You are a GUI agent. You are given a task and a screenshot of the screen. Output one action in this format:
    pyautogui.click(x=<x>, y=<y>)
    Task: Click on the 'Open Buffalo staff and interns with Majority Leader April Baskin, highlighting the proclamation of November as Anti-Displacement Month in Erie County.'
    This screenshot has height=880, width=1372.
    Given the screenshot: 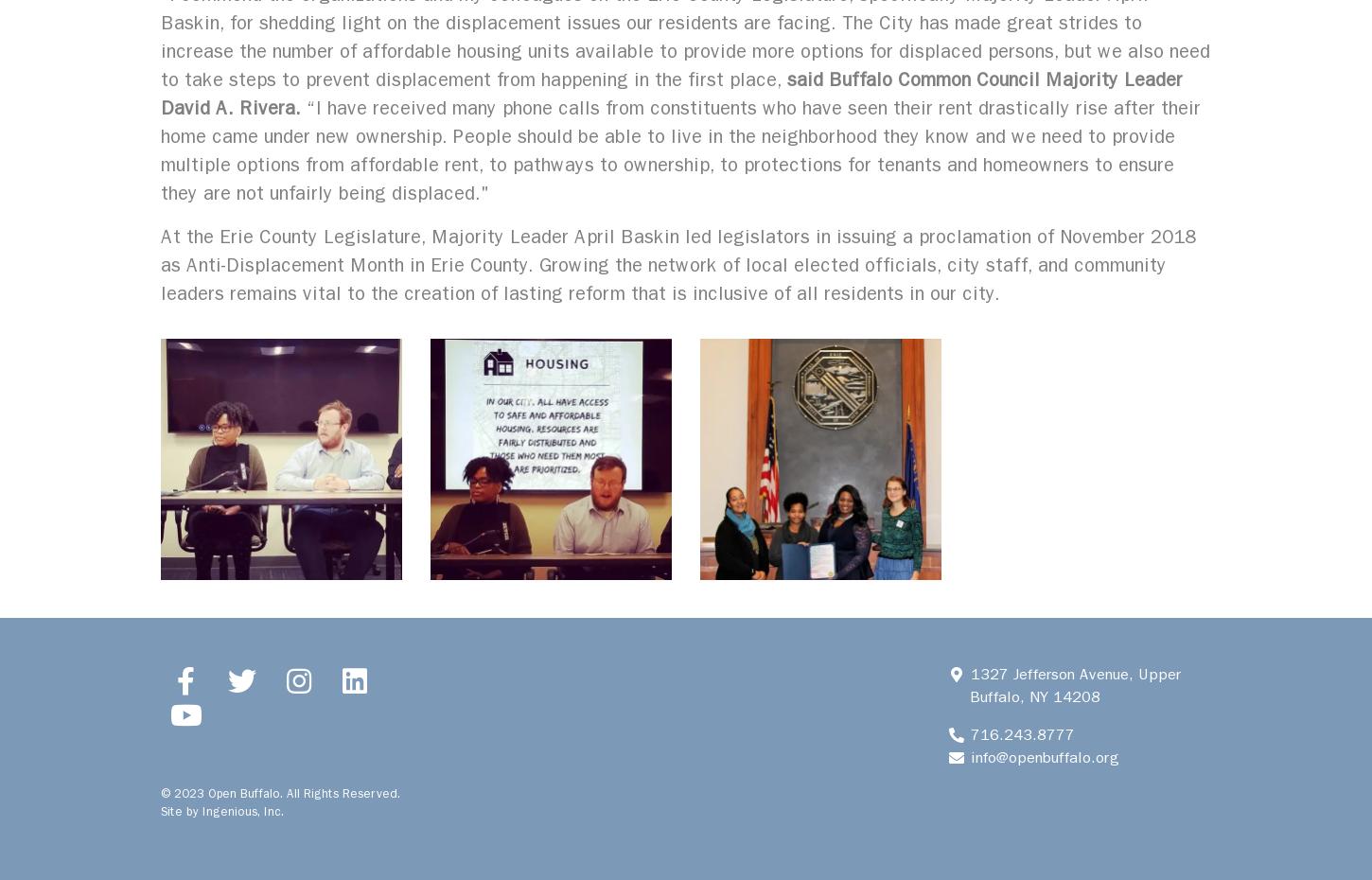 What is the action you would take?
    pyautogui.click(x=817, y=457)
    